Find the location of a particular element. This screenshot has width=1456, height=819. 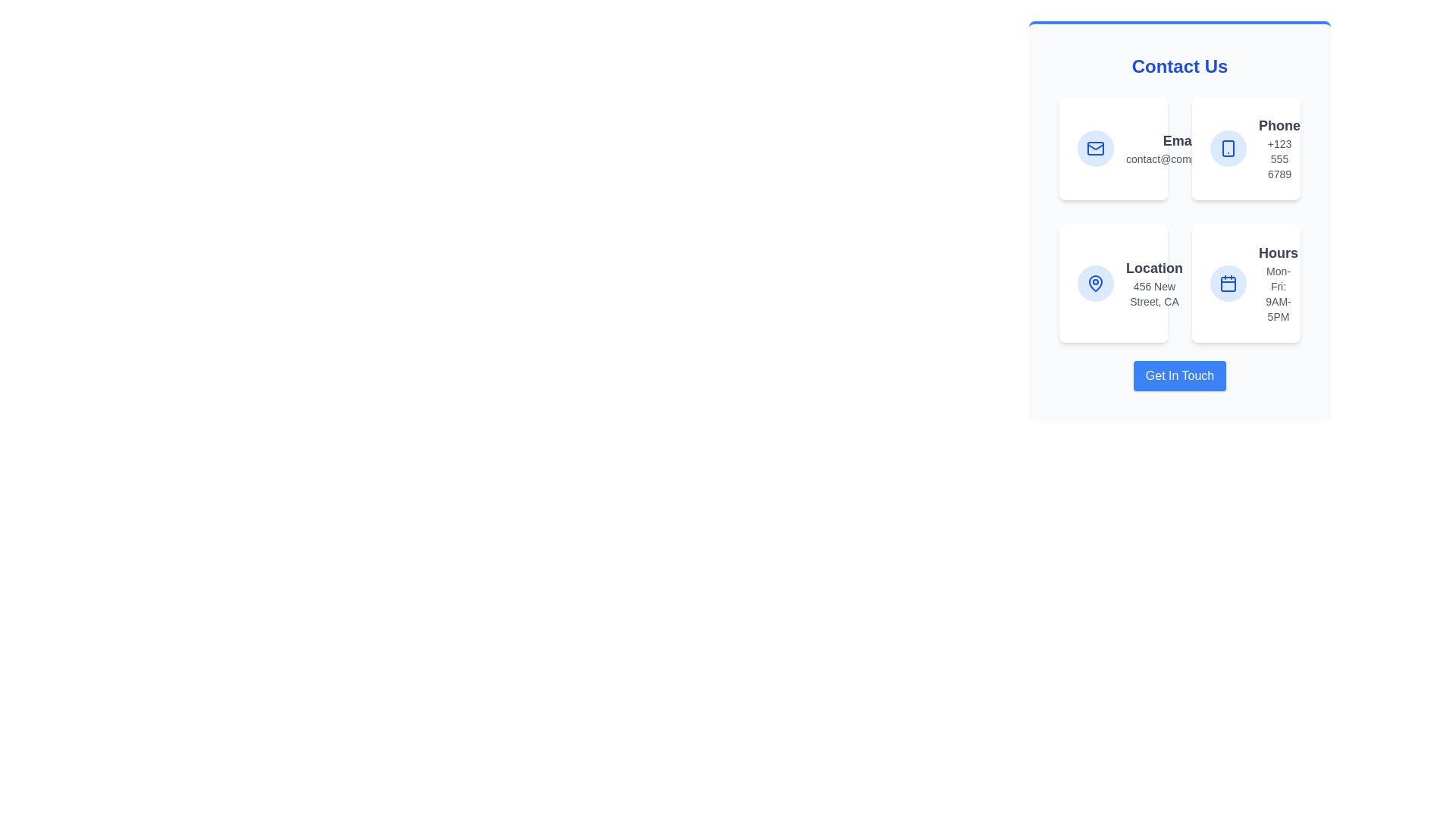

the static text element displaying the address '456 New Street, CA', located beneath the bold 'Location' label in the 'Contact Us' section is located at coordinates (1153, 294).